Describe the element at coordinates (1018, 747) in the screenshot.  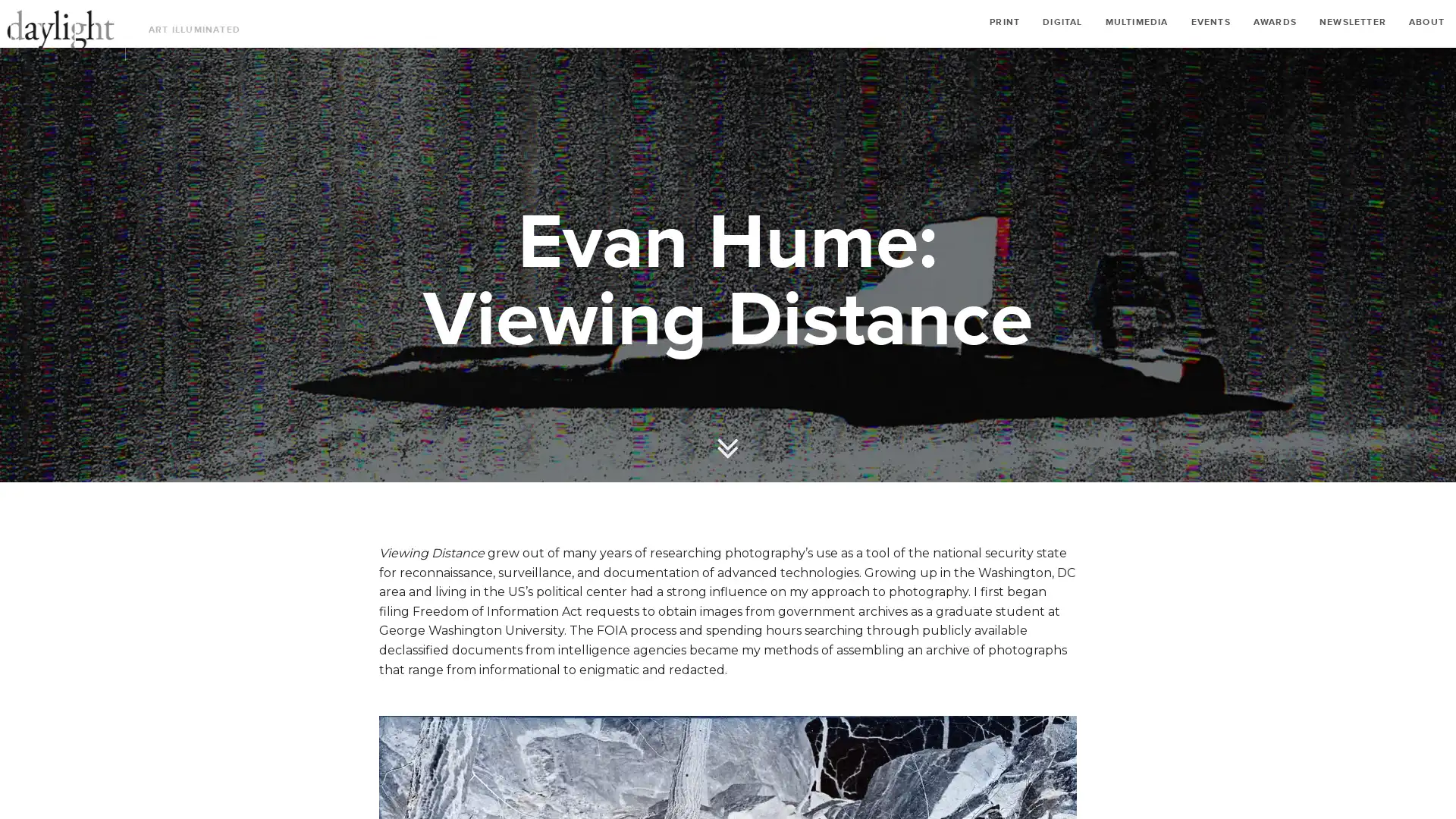
I see `Share on Pinterest` at that location.